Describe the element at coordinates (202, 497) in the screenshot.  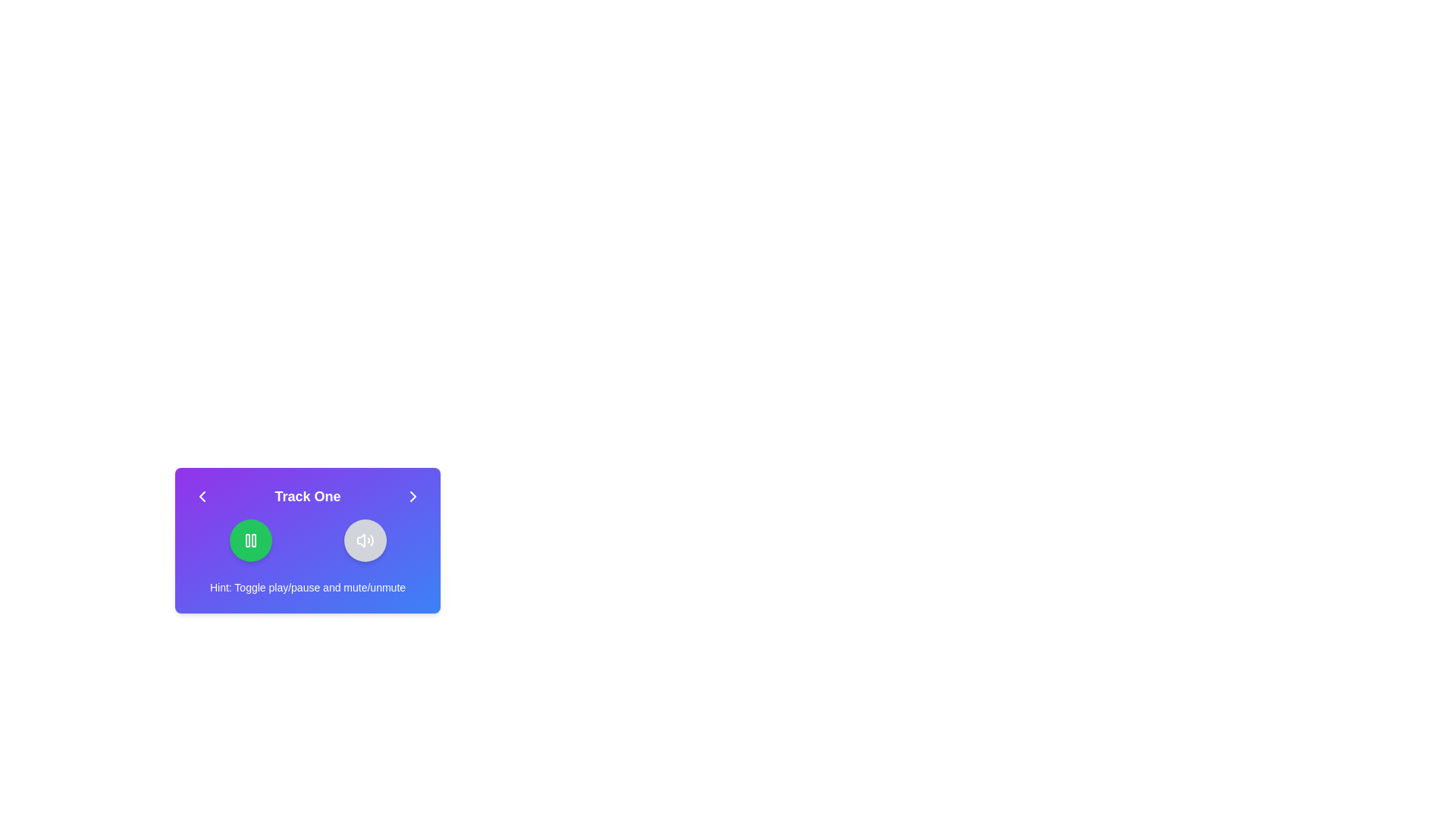
I see `the left-pointing chevron icon located adjacent to the 'Track One' text` at that location.